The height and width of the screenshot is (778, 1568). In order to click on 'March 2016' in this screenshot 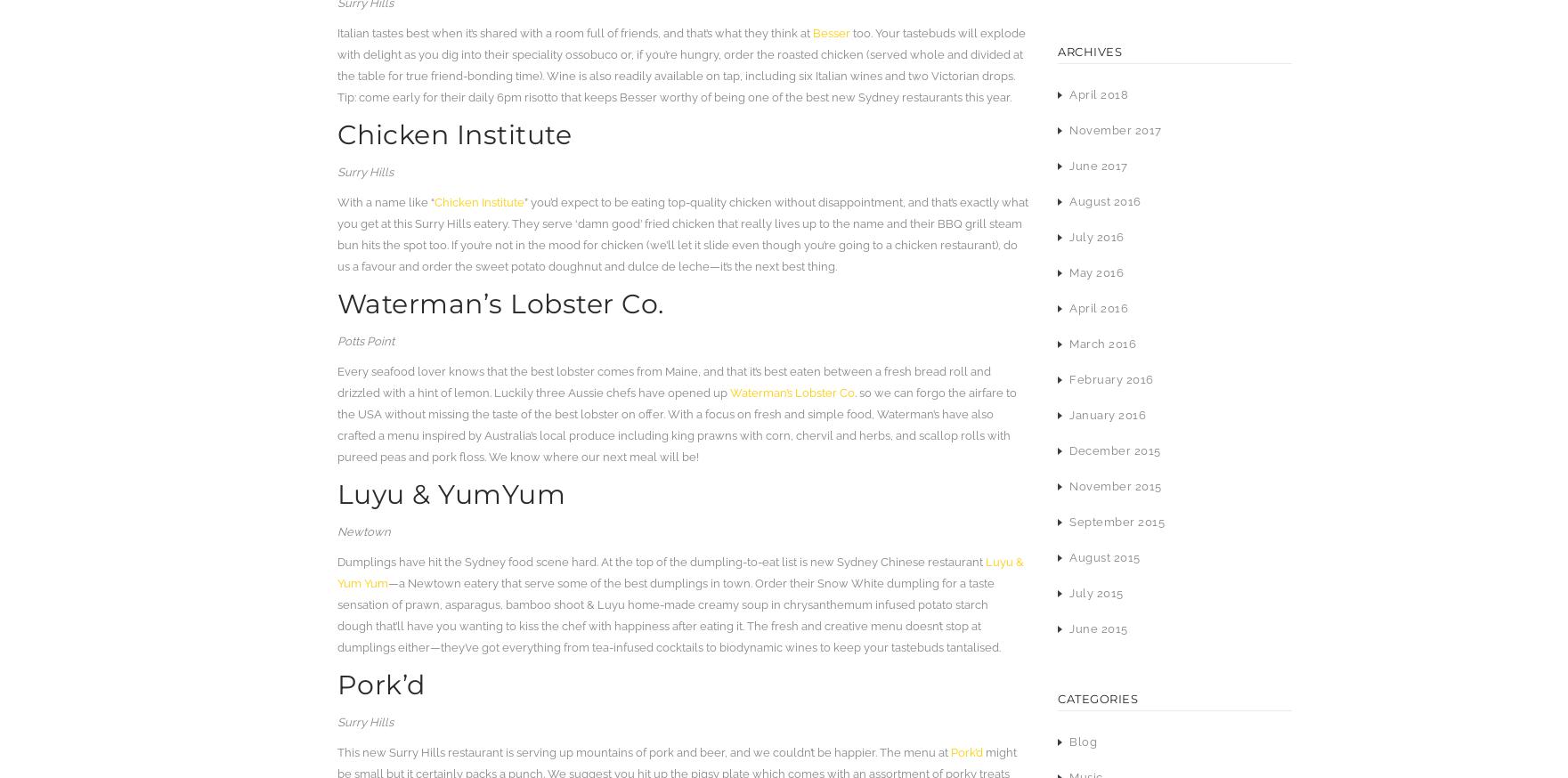, I will do `click(1102, 344)`.